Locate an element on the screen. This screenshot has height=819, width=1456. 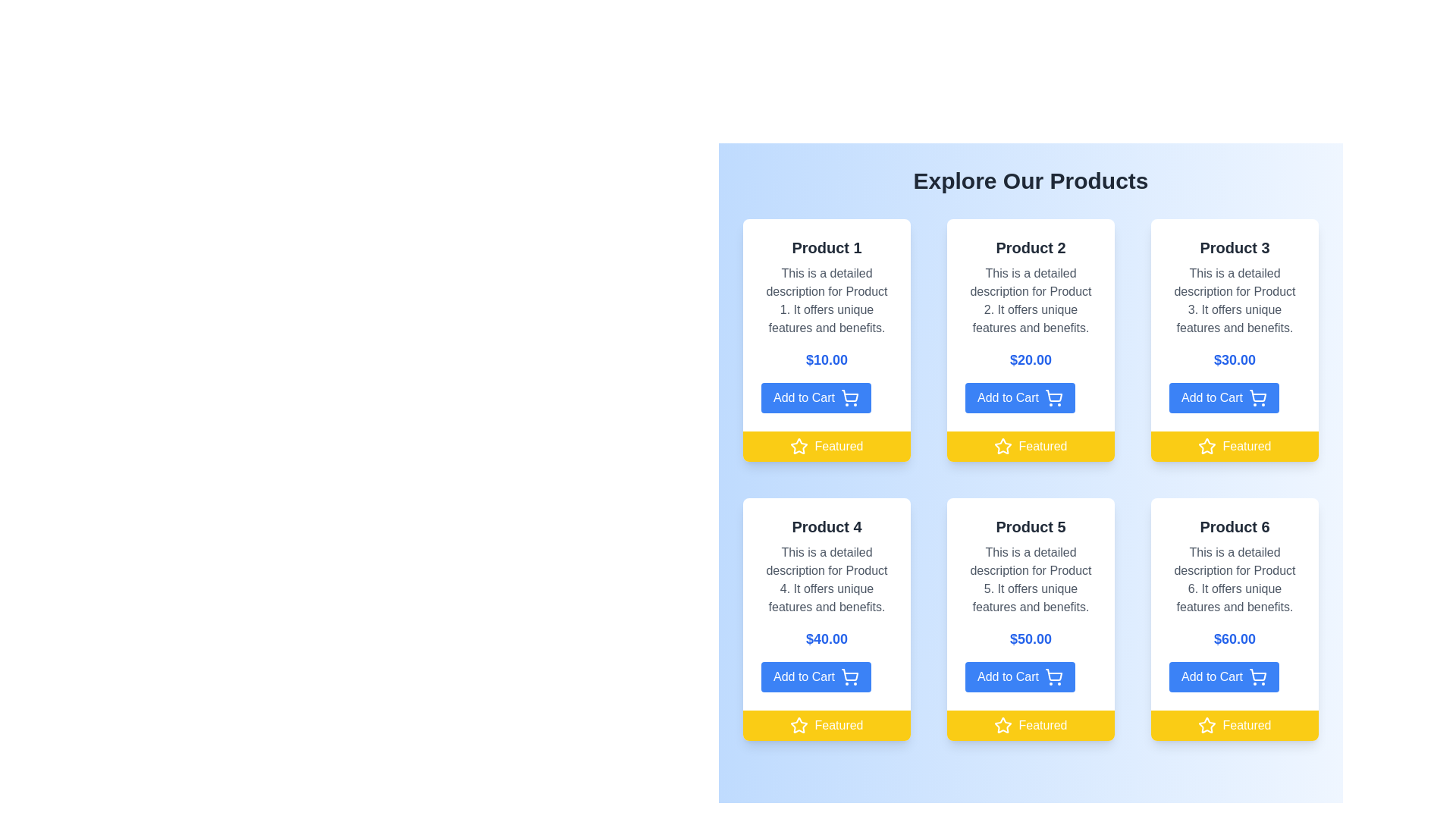
the Label with a bright yellow background, a white star icon, and the text 'Featured' located at the bottom center of the 'Product 6' card, just below the 'Add to Cart' button is located at coordinates (1235, 724).